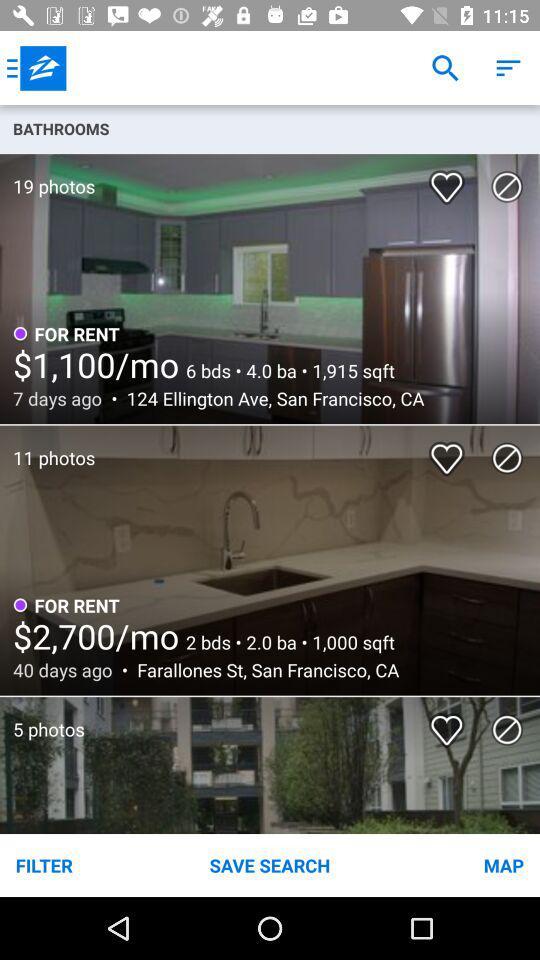  I want to click on the icon next to the 7 days ago, so click(270, 397).